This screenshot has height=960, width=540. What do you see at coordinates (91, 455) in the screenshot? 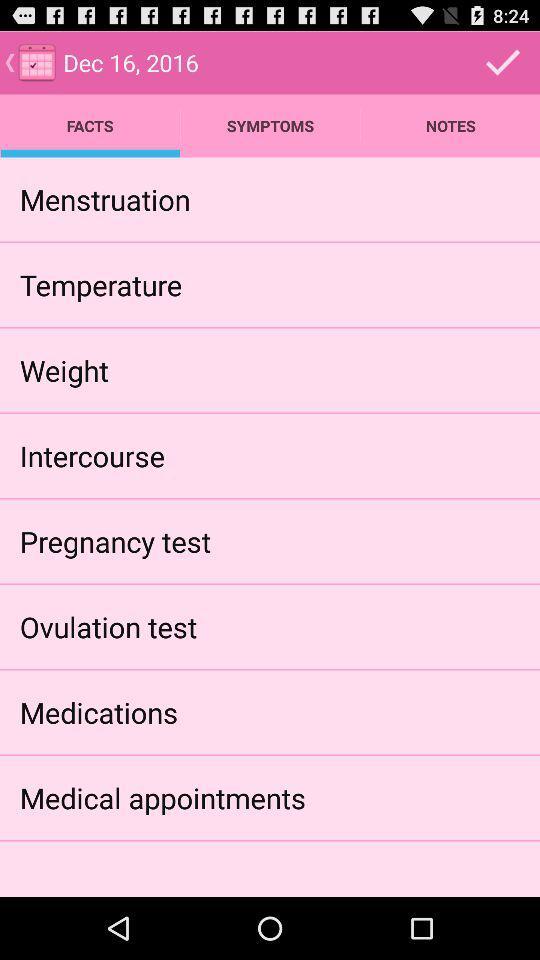
I see `item below the weight icon` at bounding box center [91, 455].